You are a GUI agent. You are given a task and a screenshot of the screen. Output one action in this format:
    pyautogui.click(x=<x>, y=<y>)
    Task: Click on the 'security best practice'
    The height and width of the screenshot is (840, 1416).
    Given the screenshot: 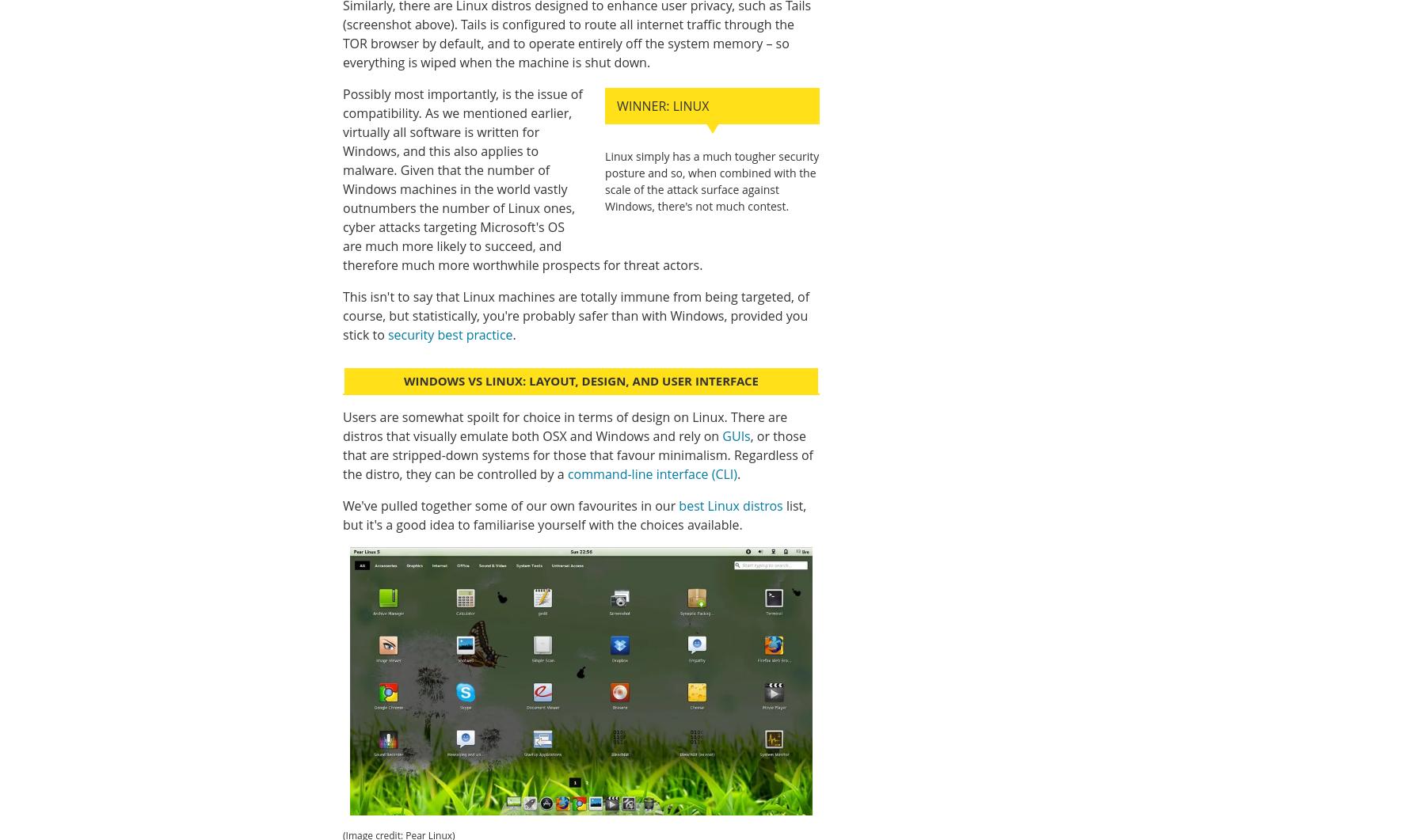 What is the action you would take?
    pyautogui.click(x=450, y=333)
    